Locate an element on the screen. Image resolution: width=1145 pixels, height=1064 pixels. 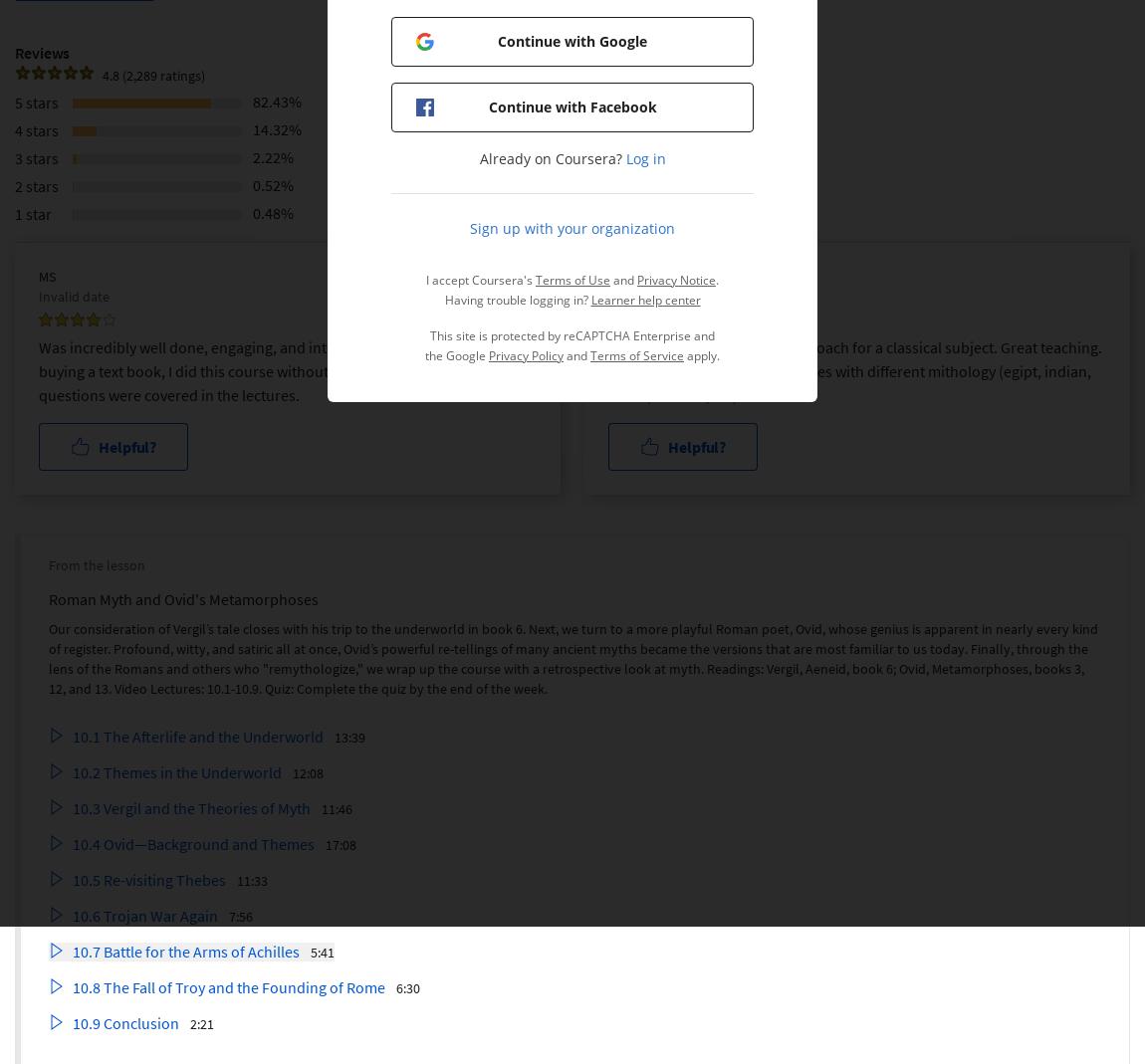
'10.6 Trojan War Again' is located at coordinates (145, 914).